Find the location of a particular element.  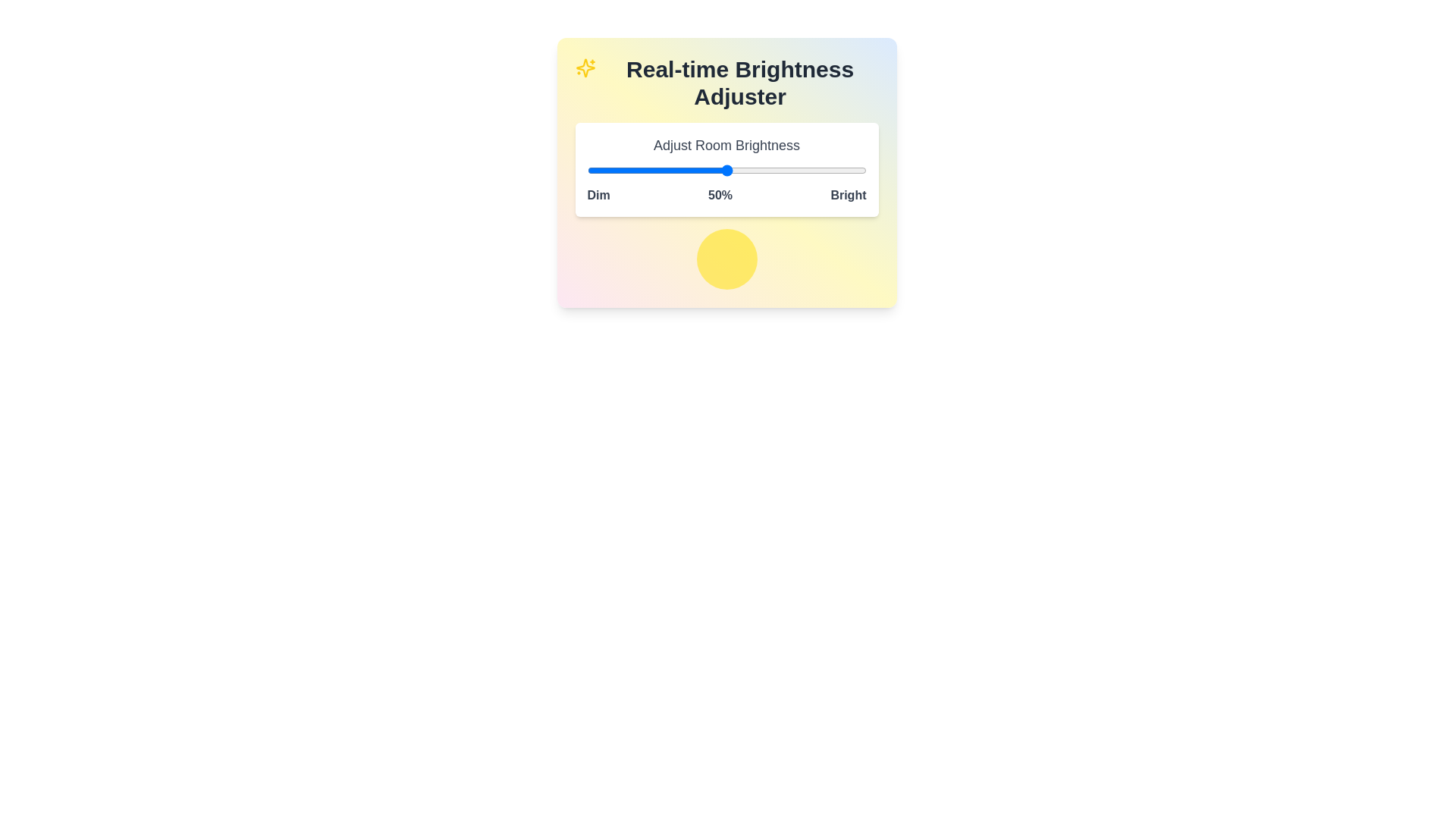

the brightness slider to 98% is located at coordinates (861, 170).